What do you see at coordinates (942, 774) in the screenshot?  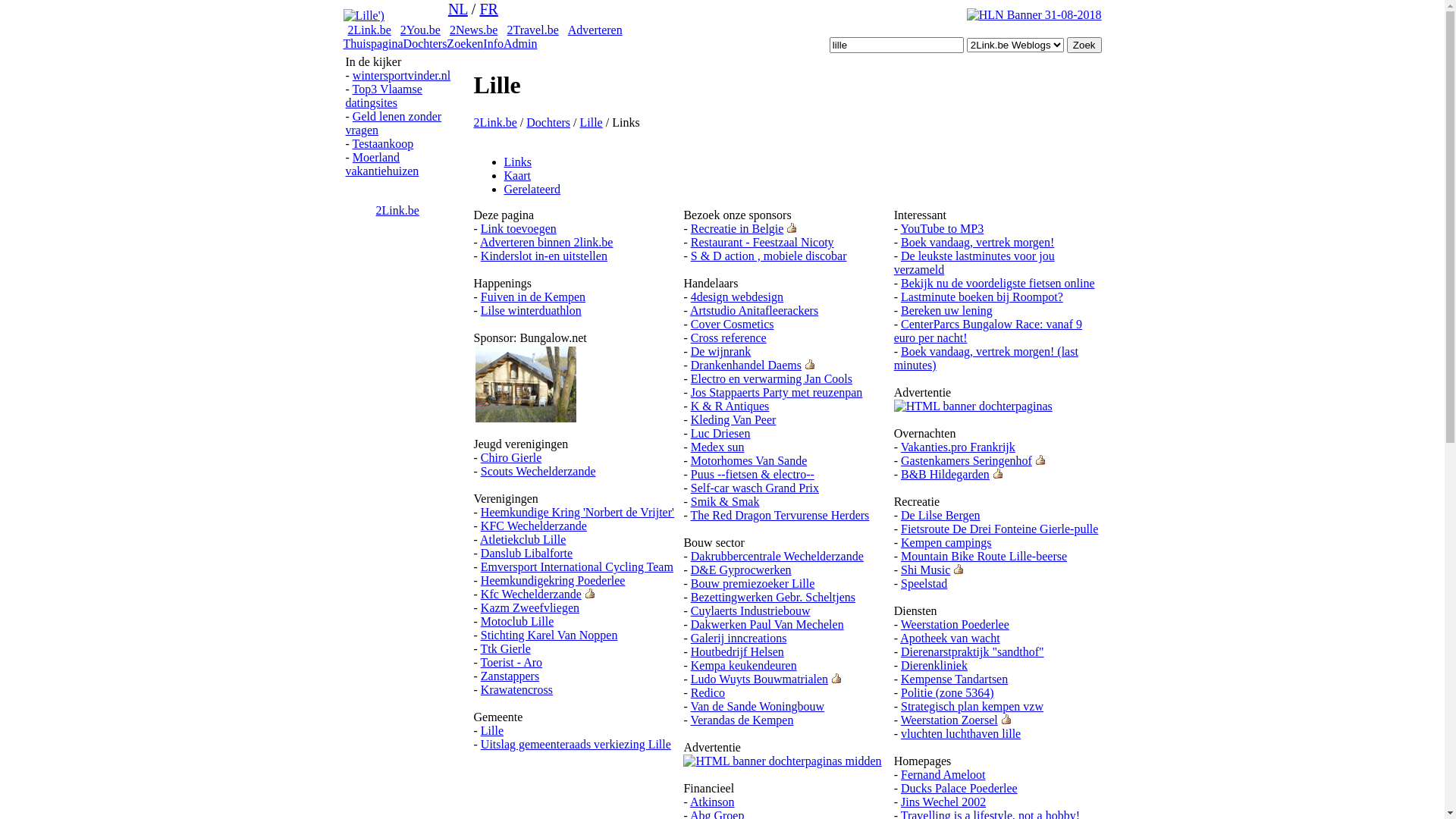 I see `'Fernand Ameloot'` at bounding box center [942, 774].